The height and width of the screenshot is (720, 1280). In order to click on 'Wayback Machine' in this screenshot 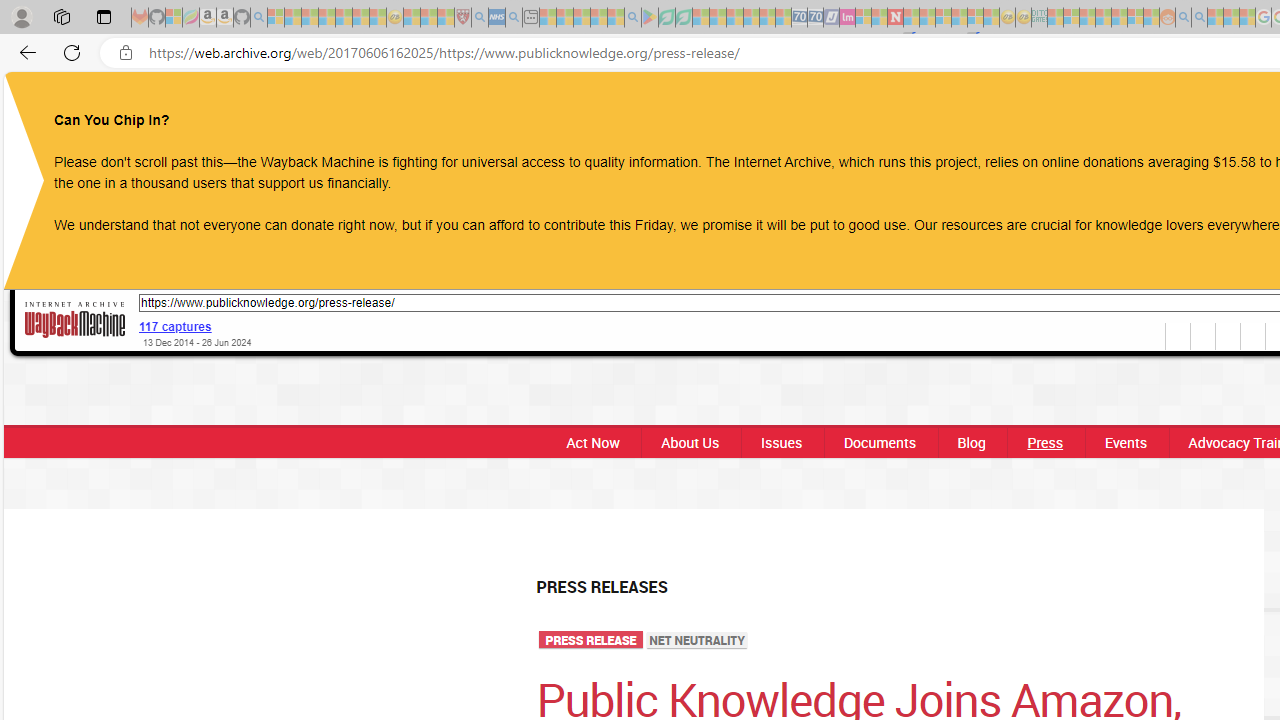, I will do `click(75, 318)`.